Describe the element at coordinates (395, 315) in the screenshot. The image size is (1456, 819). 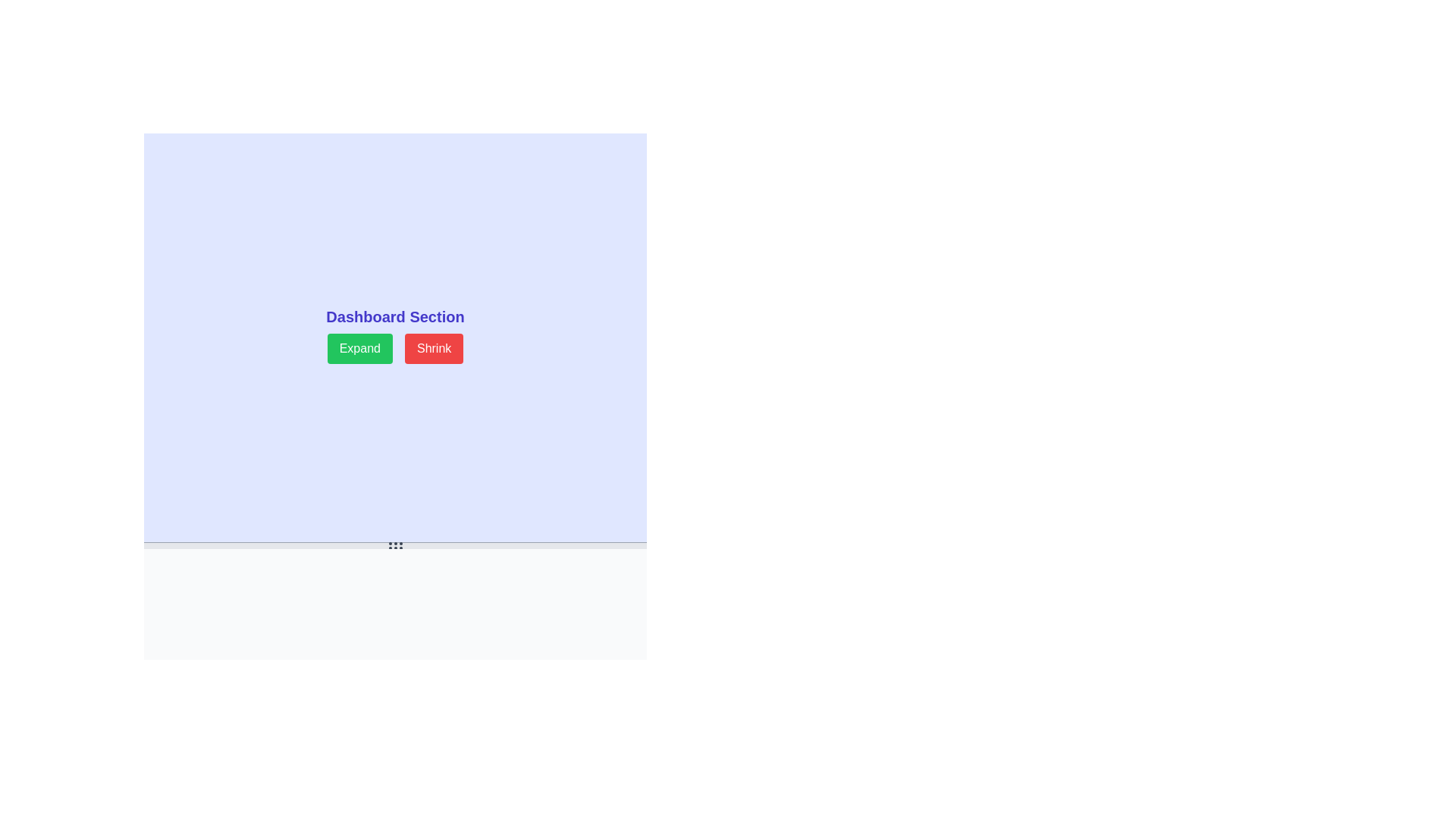
I see `the descriptive header text label, which is centrally positioned above the 'Expand' and 'Shrink' buttons` at that location.